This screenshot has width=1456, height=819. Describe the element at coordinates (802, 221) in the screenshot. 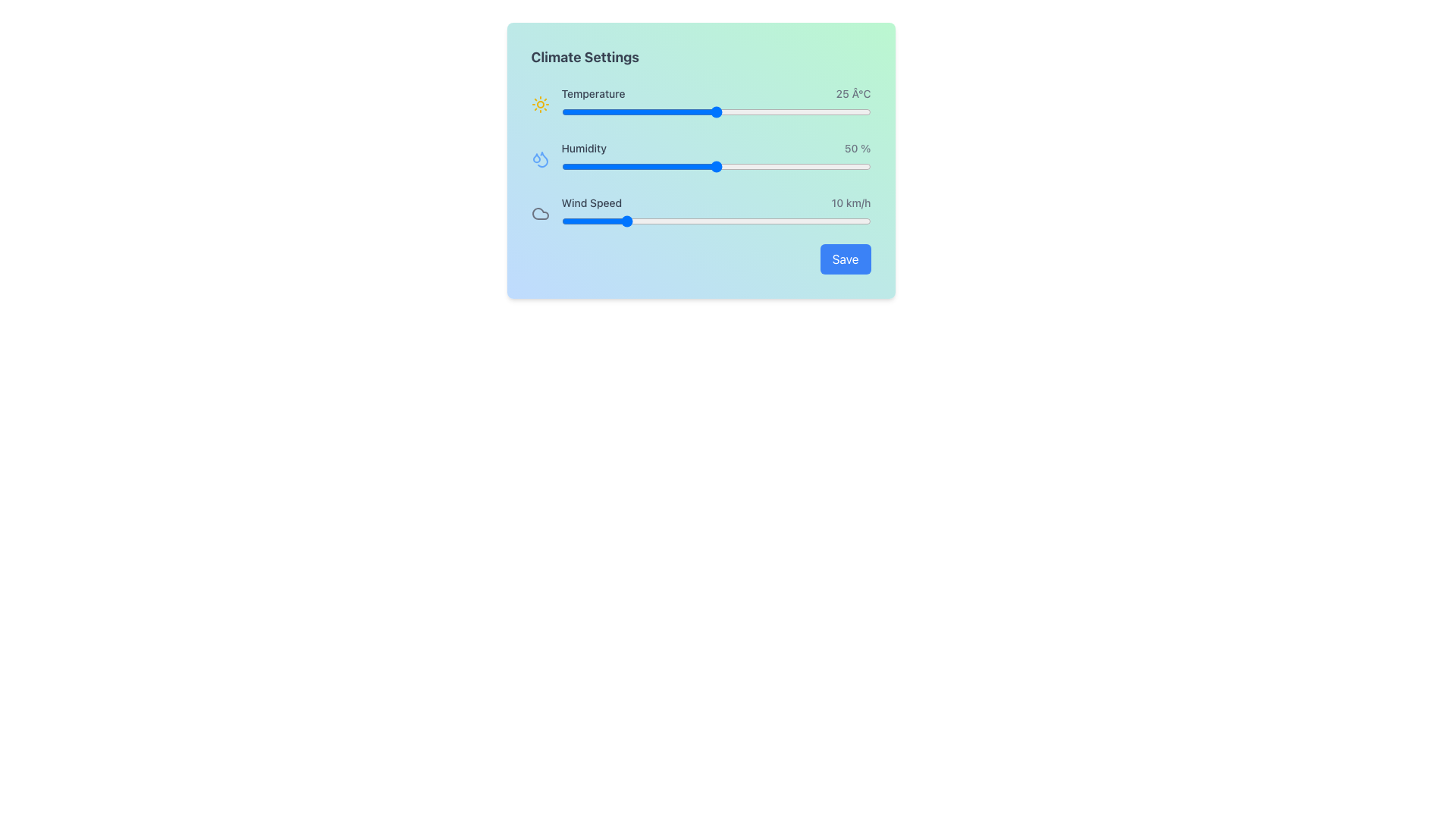

I see `wind speed` at that location.